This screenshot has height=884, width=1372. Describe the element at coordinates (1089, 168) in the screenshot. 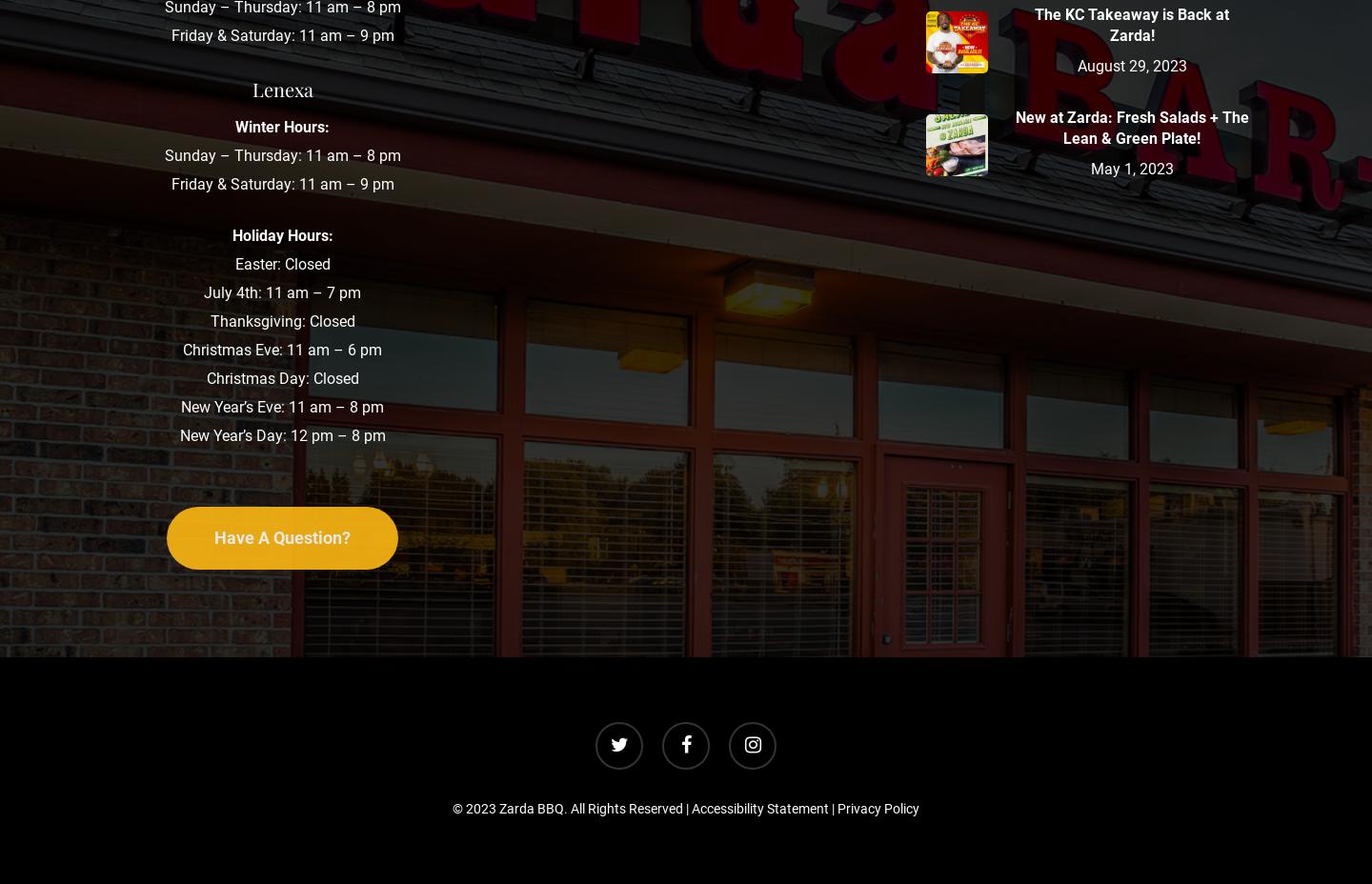

I see `'May 1, 2023'` at that location.